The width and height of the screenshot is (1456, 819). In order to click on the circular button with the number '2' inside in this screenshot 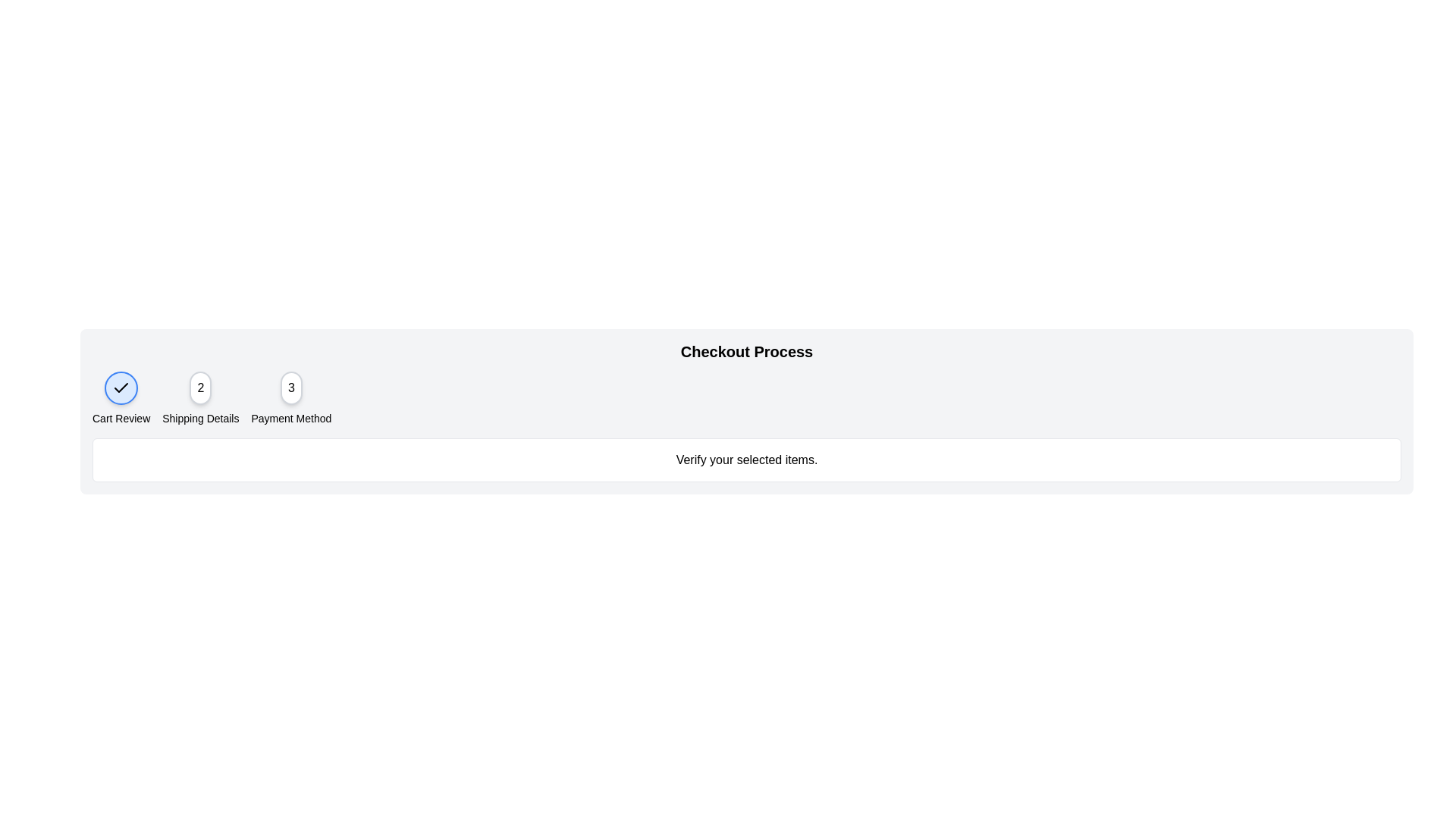, I will do `click(199, 397)`.